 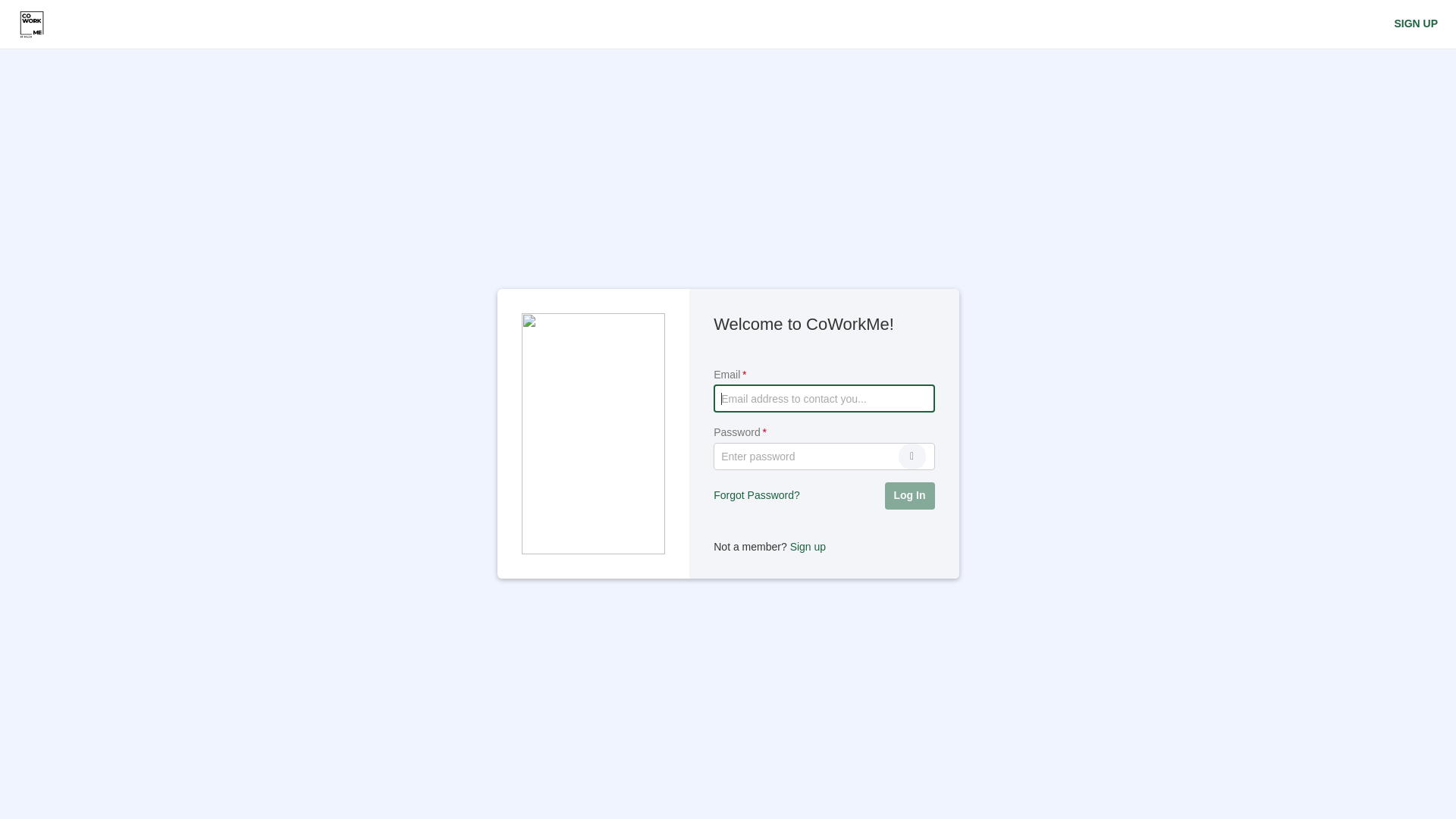 What do you see at coordinates (1415, 24) in the screenshot?
I see `'SIGN UP'` at bounding box center [1415, 24].